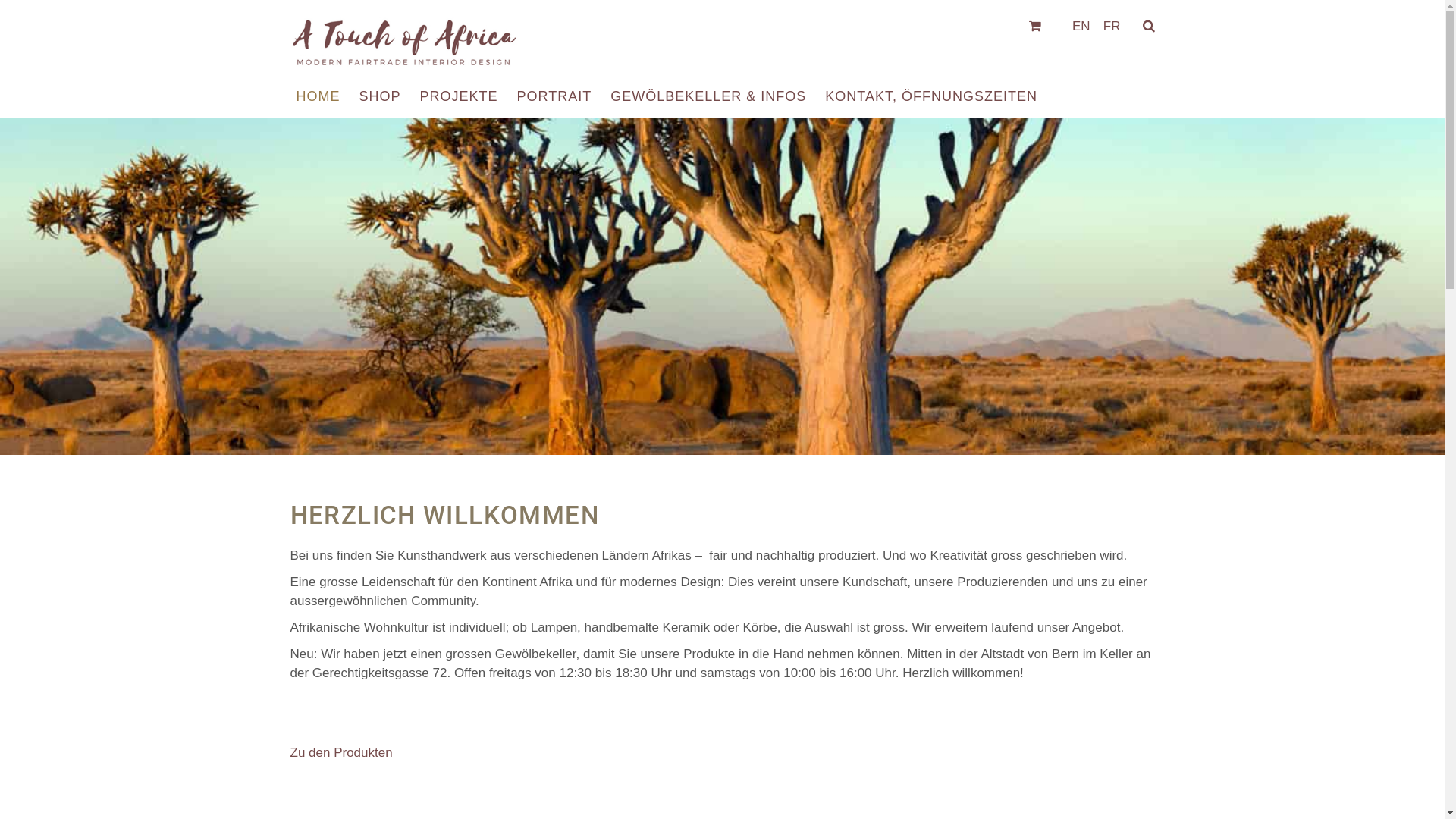  I want to click on 'SHOP', so click(380, 96).